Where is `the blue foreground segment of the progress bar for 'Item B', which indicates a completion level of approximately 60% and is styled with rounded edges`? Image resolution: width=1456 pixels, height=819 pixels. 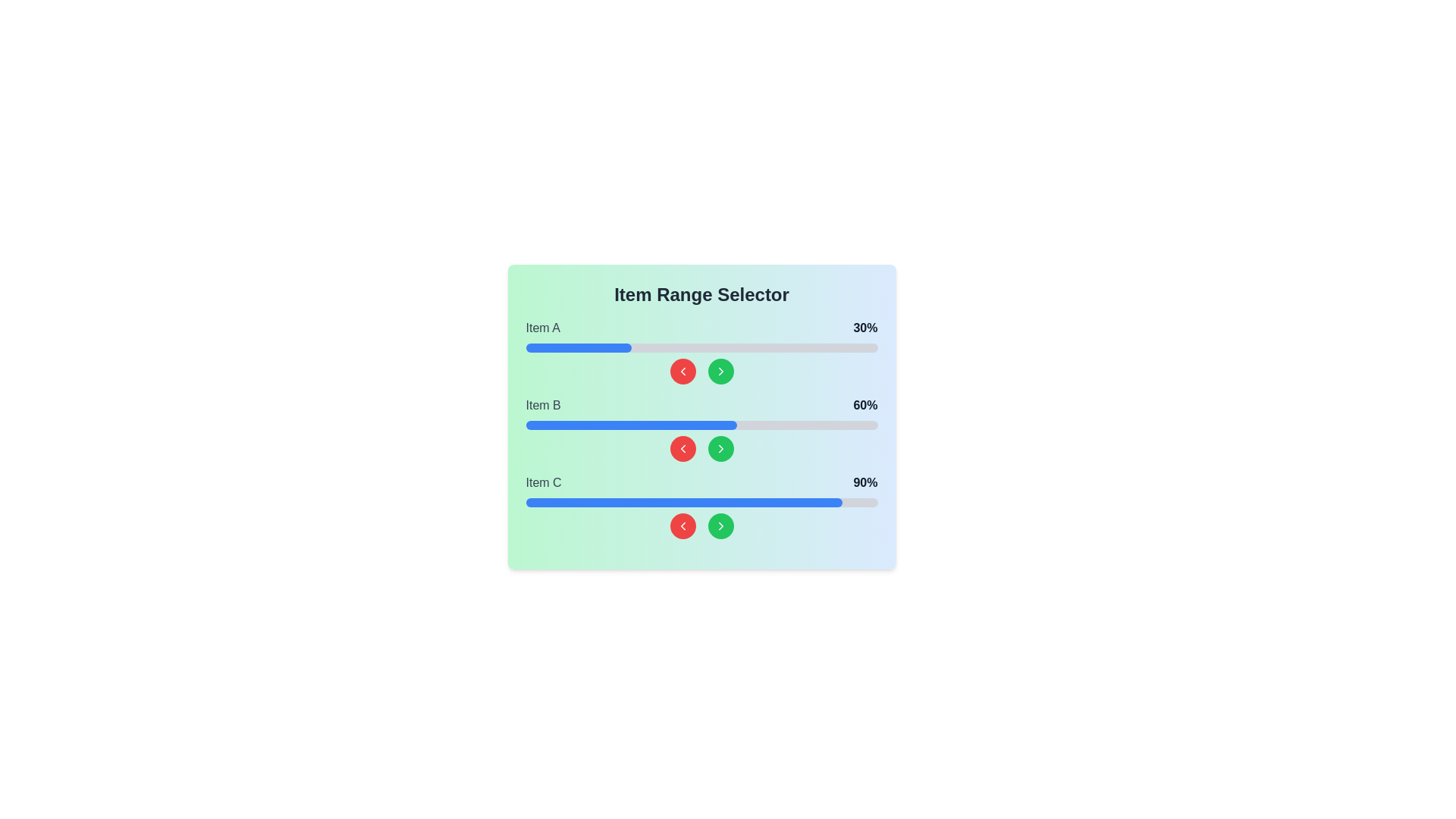
the blue foreground segment of the progress bar for 'Item B', which indicates a completion level of approximately 60% and is styled with rounded edges is located at coordinates (631, 425).